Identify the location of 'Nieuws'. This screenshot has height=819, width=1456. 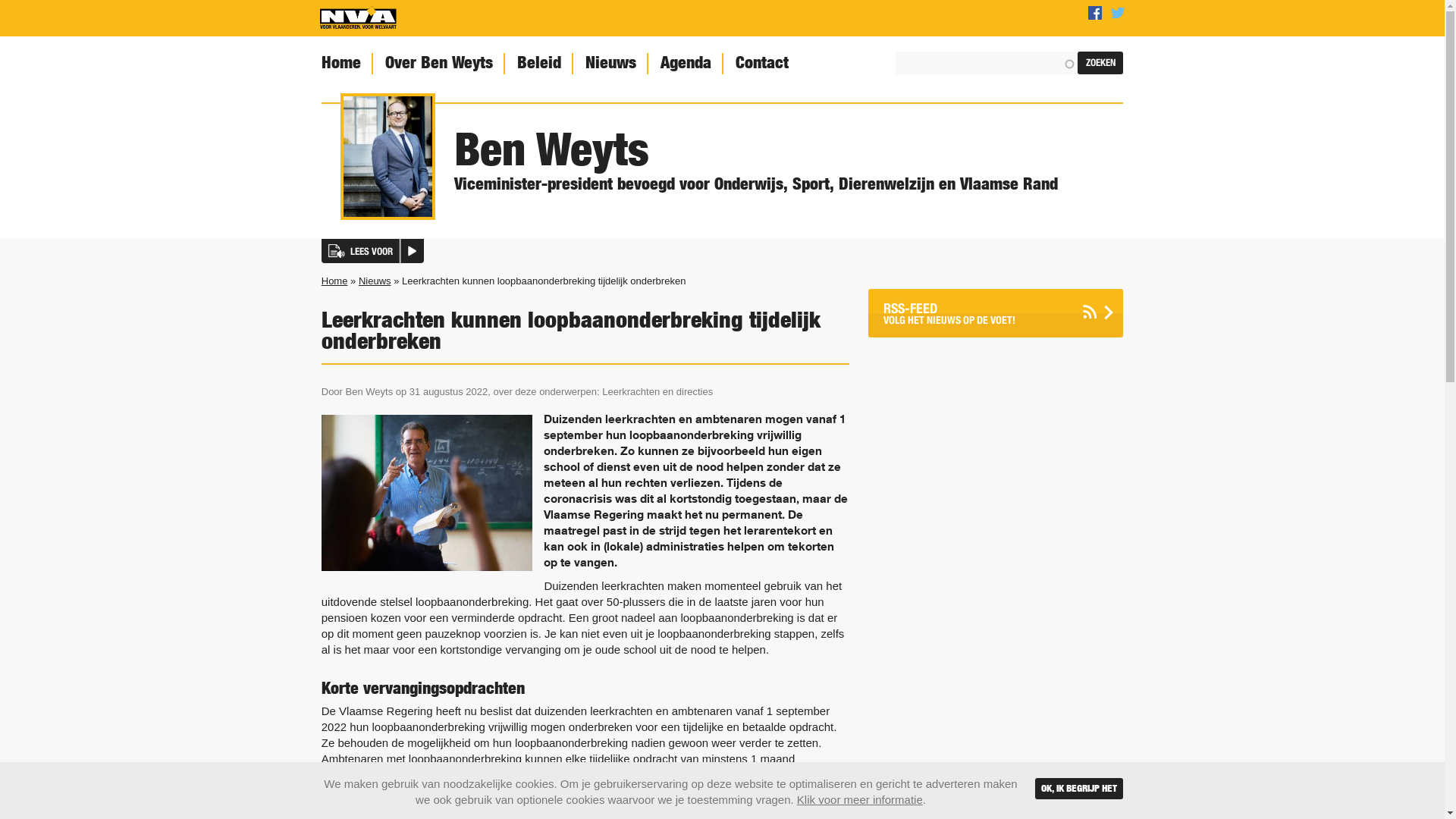
(570, 63).